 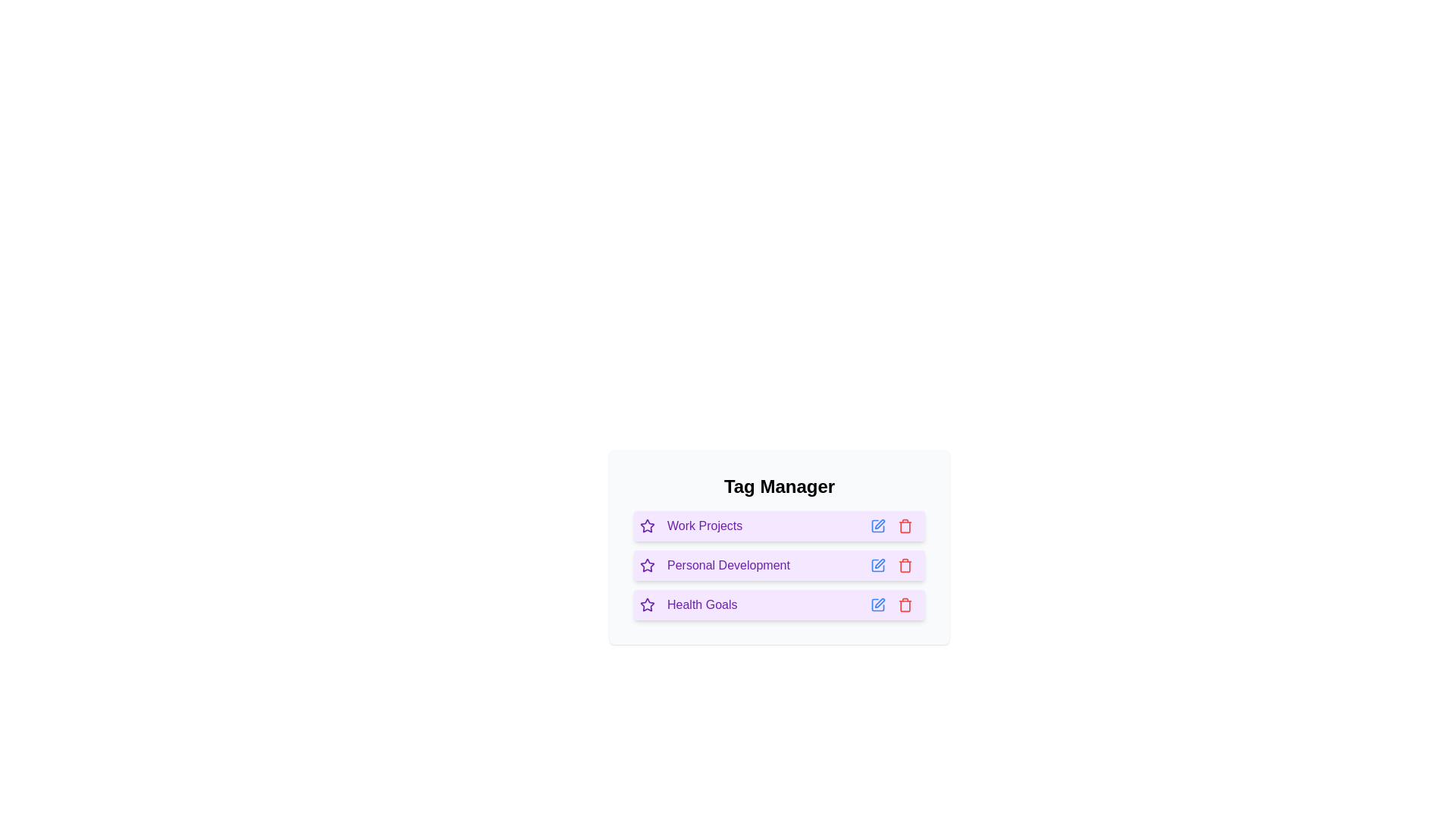 I want to click on the delete button for the tag Work Projects, so click(x=905, y=526).